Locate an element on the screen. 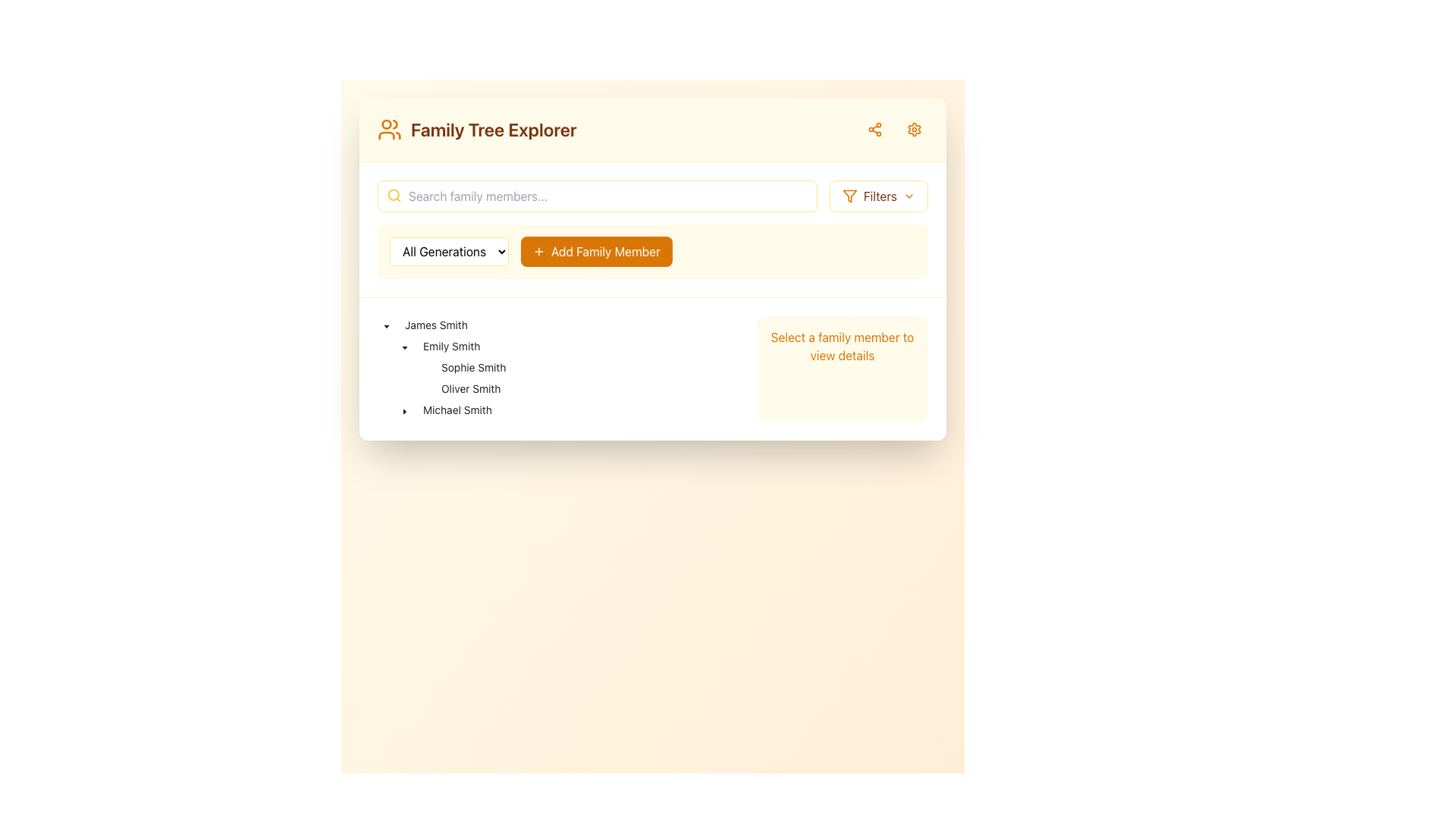 This screenshot has width=1456, height=819. the amber orange user icon located to the left of the text 'Family Tree Explorer' in the top-left section of the interface is located at coordinates (389, 128).